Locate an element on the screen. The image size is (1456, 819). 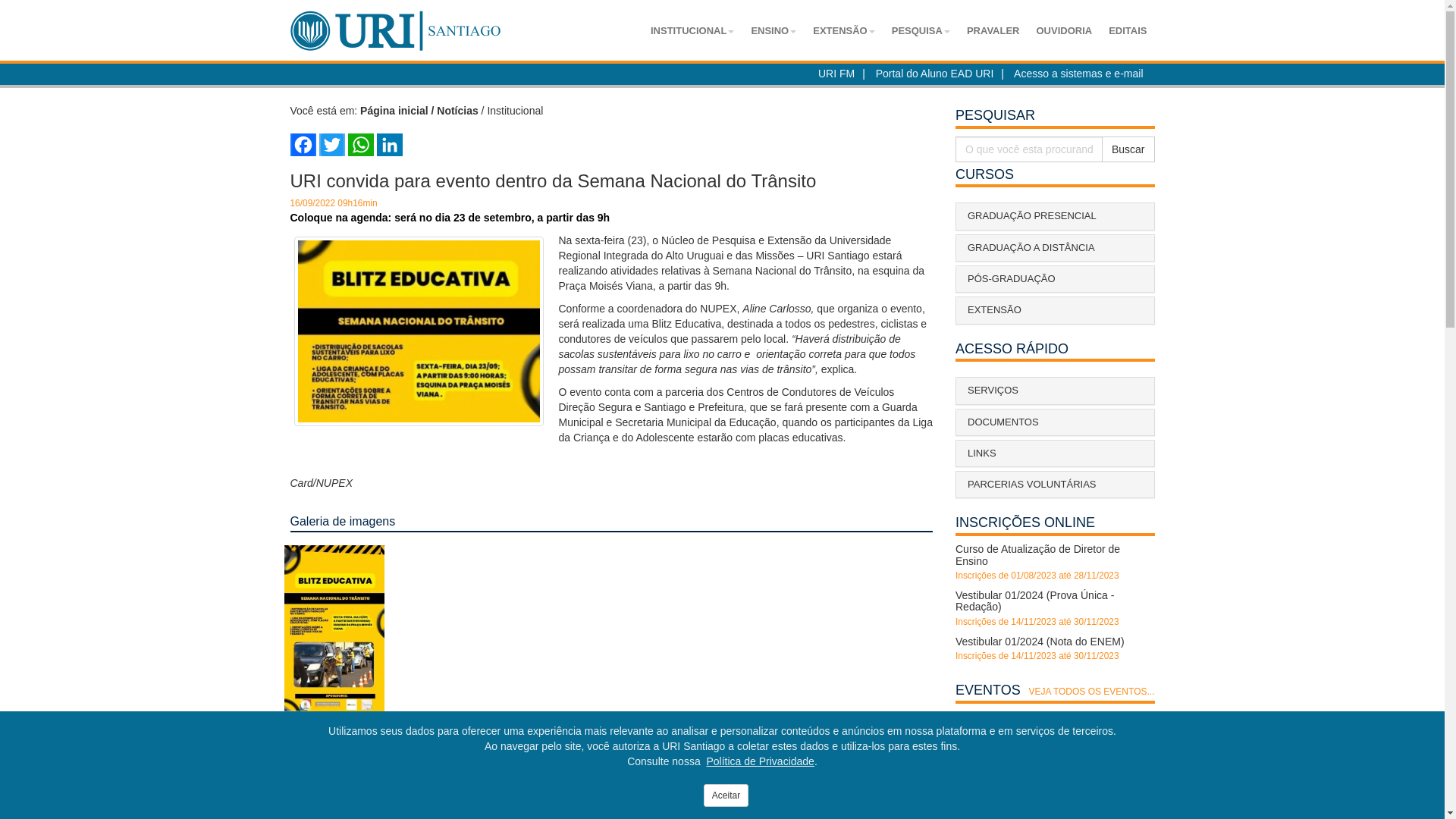
'Aceitar' is located at coordinates (725, 795).